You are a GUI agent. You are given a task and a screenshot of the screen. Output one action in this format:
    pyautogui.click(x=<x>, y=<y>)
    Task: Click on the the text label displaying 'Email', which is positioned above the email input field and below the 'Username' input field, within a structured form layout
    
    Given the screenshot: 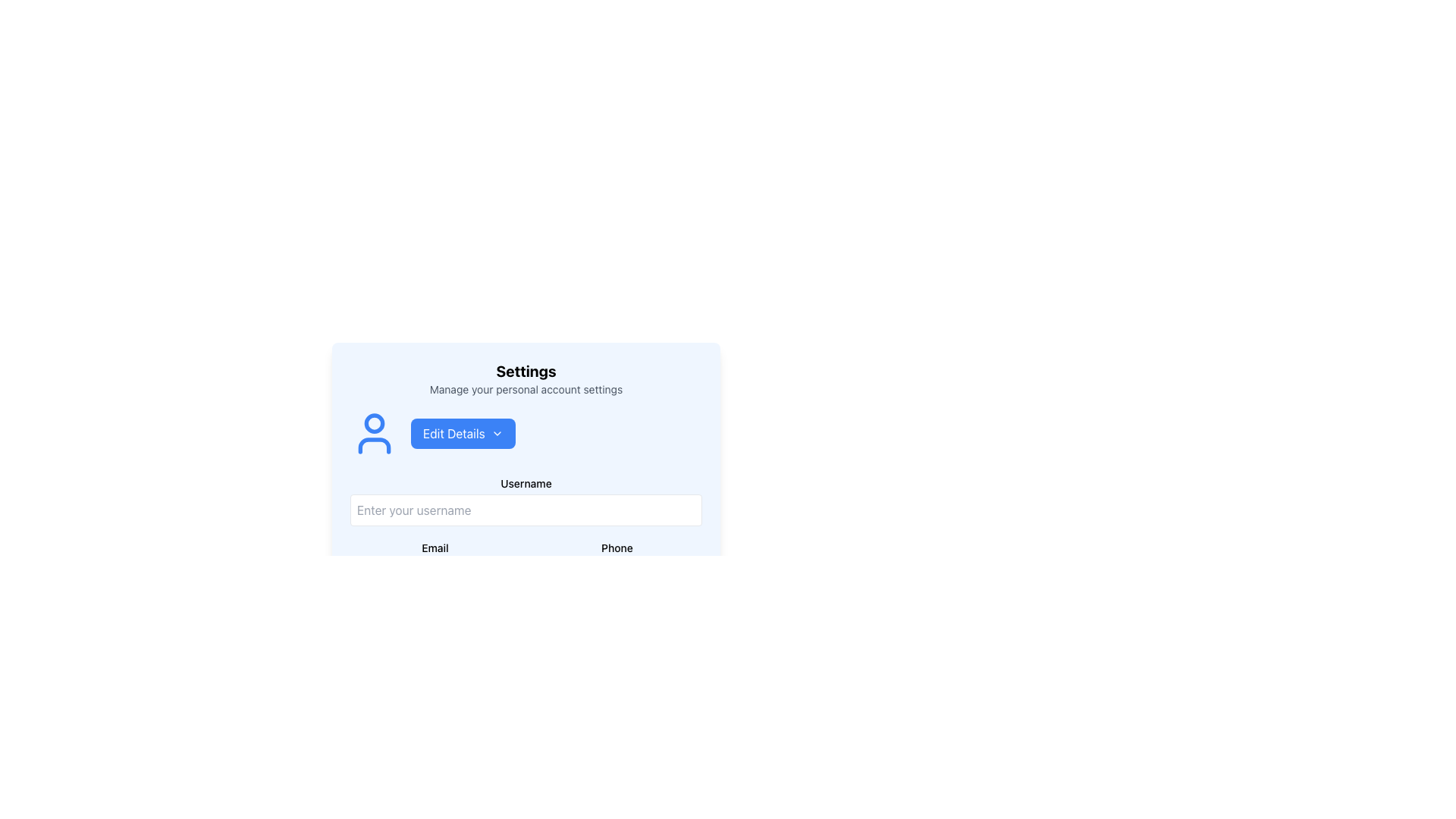 What is the action you would take?
    pyautogui.click(x=435, y=548)
    